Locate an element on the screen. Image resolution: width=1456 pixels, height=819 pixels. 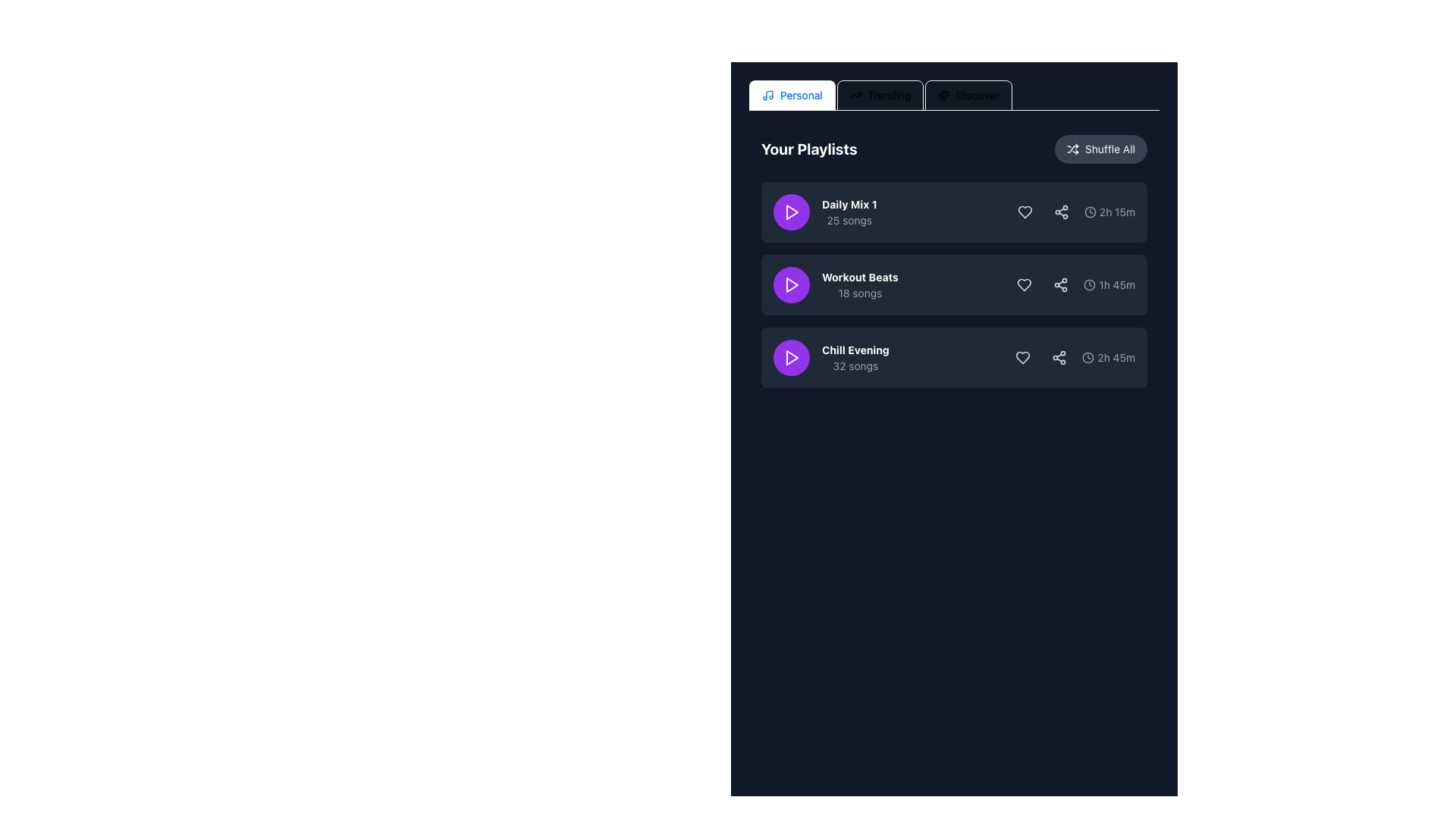
the right-facing triangular play icon with a solid stroke style, which is white inside a purple circular background, located in the 'Your Playlists' section for the 'Workout Beats' playlist is located at coordinates (792, 284).